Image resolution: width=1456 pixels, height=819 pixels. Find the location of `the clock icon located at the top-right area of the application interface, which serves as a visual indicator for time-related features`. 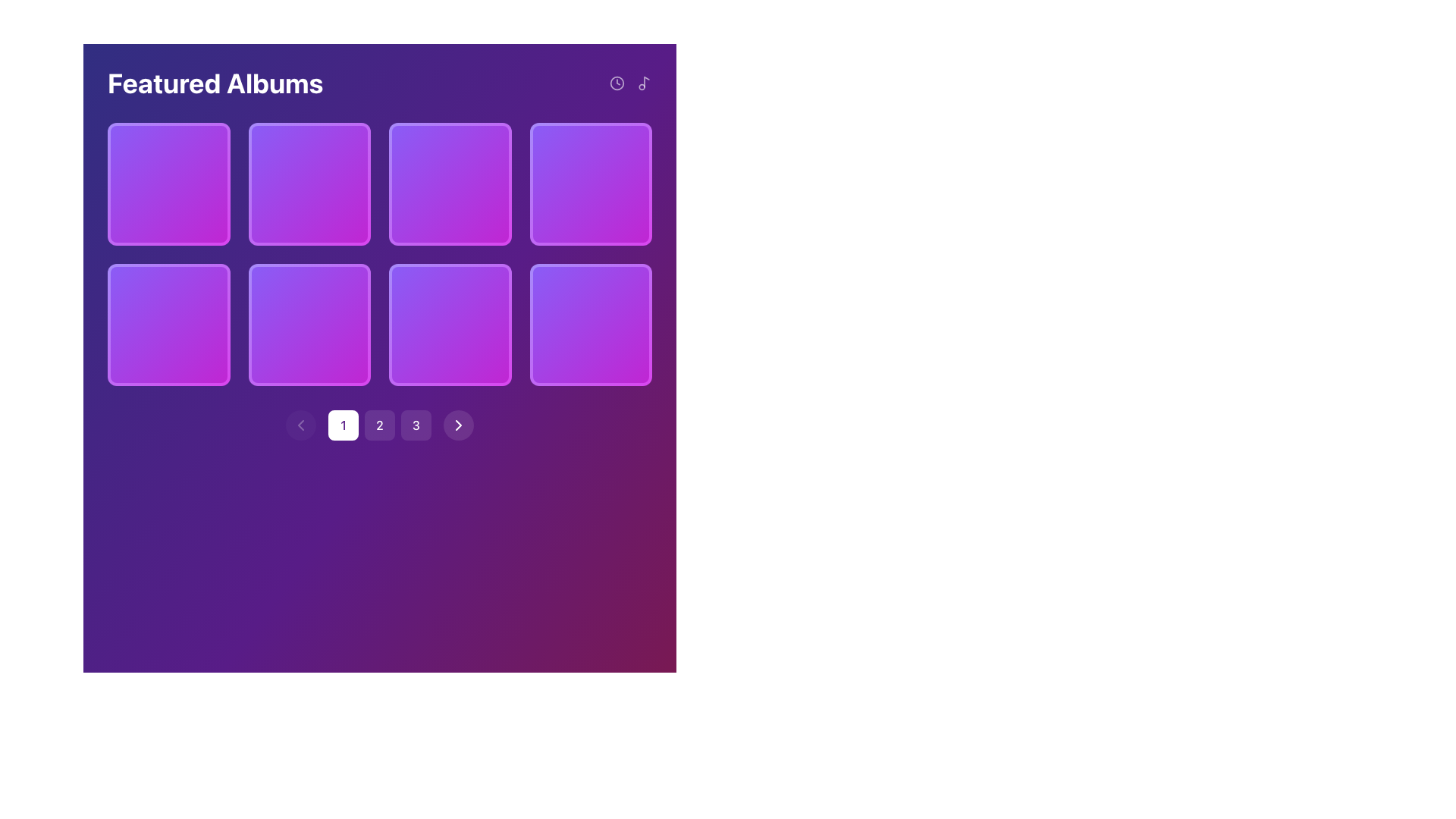

the clock icon located at the top-right area of the application interface, which serves as a visual indicator for time-related features is located at coordinates (617, 83).